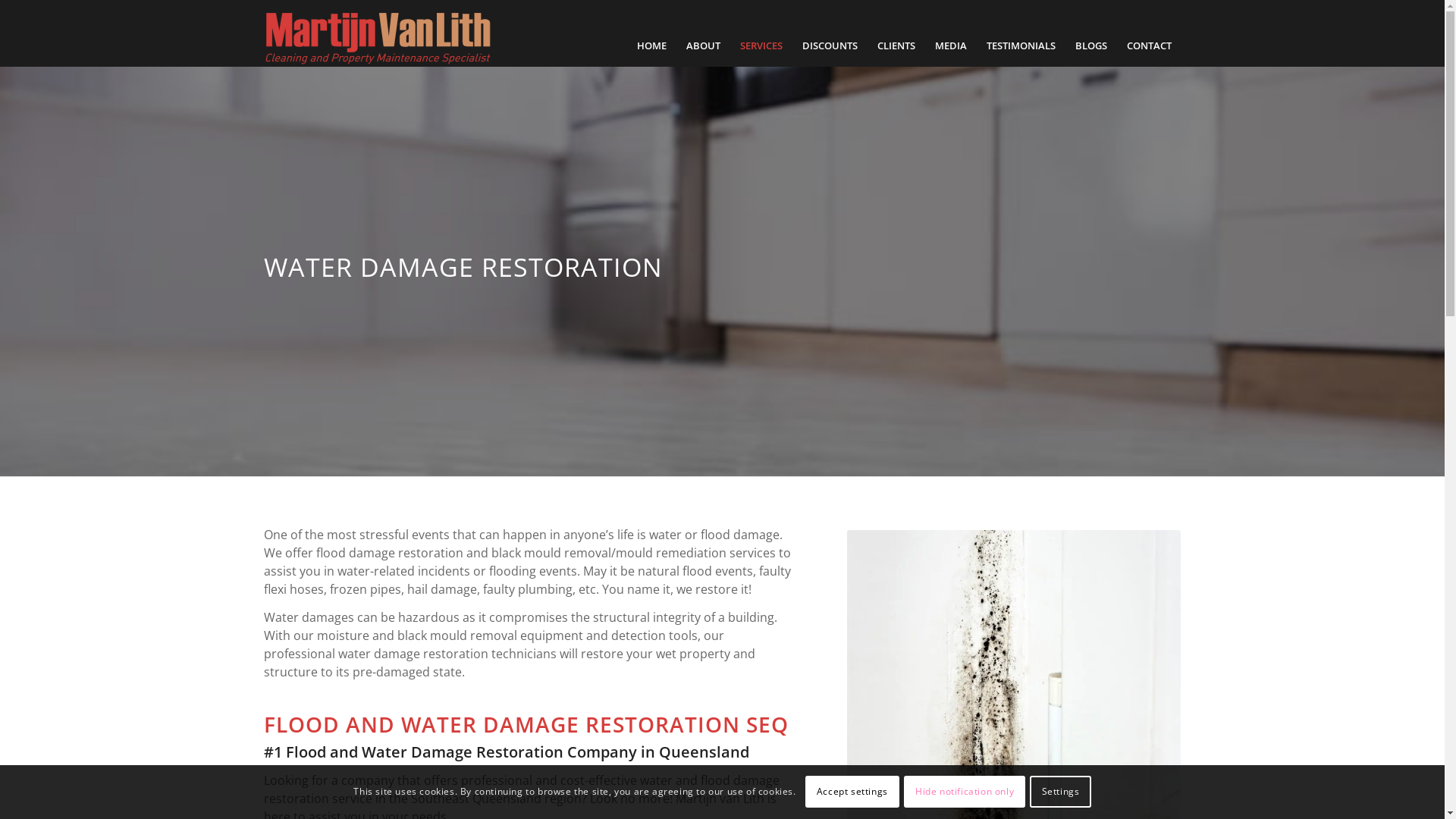 The image size is (1456, 819). I want to click on 'CONTACT', so click(1148, 45).